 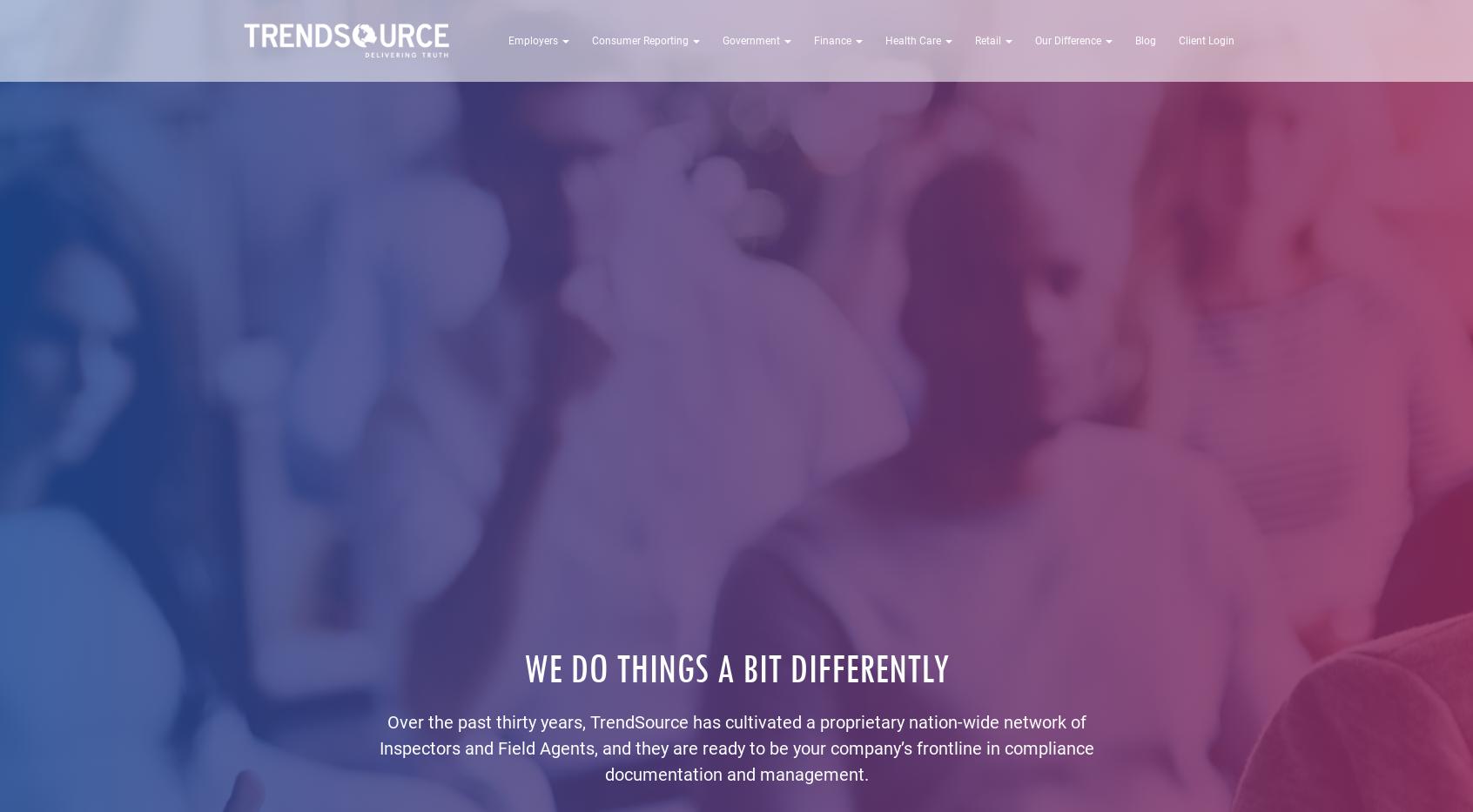 I want to click on 'Blog', so click(x=1134, y=40).